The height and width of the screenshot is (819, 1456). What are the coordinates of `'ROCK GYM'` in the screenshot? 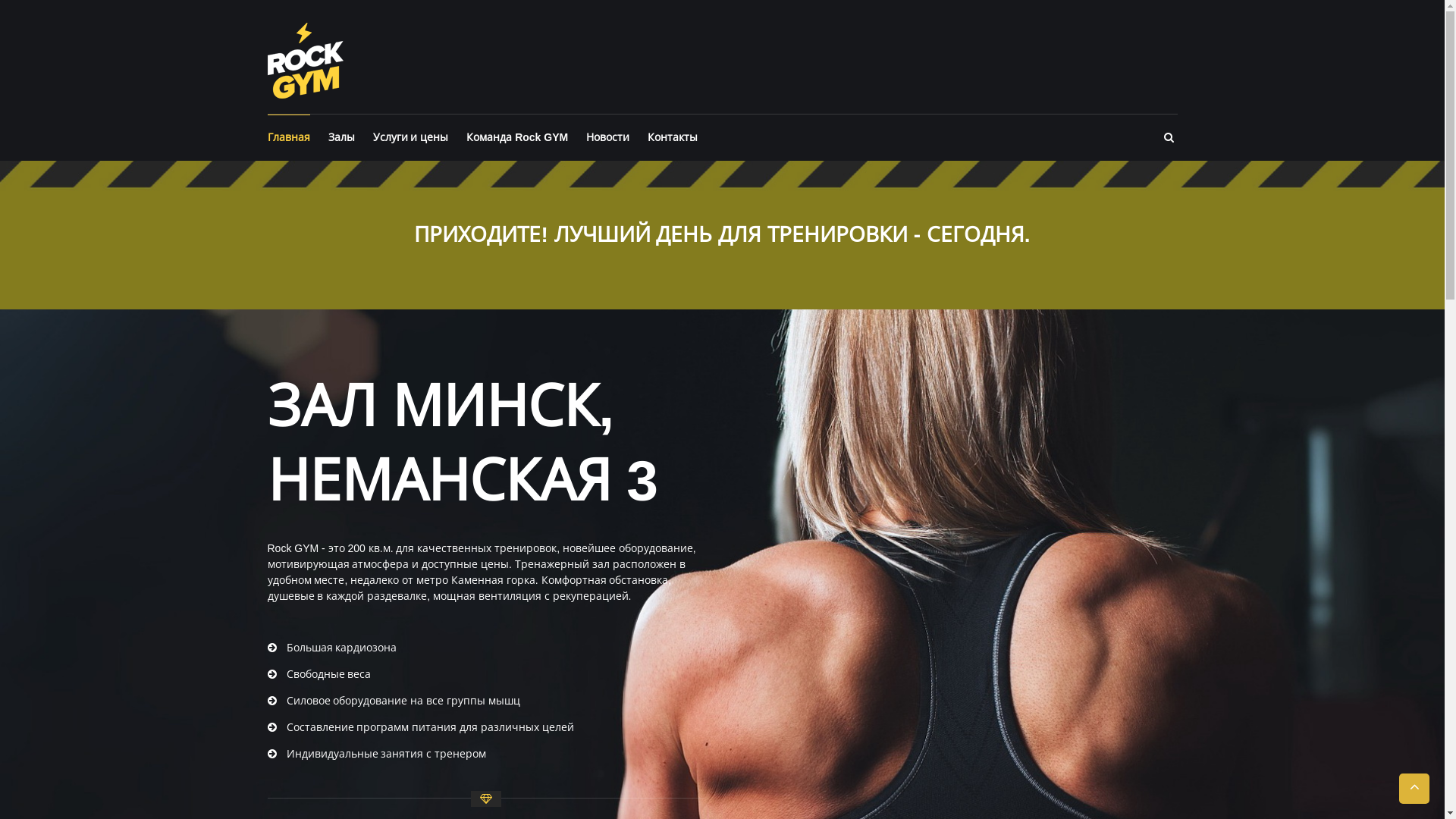 It's located at (432, 32).